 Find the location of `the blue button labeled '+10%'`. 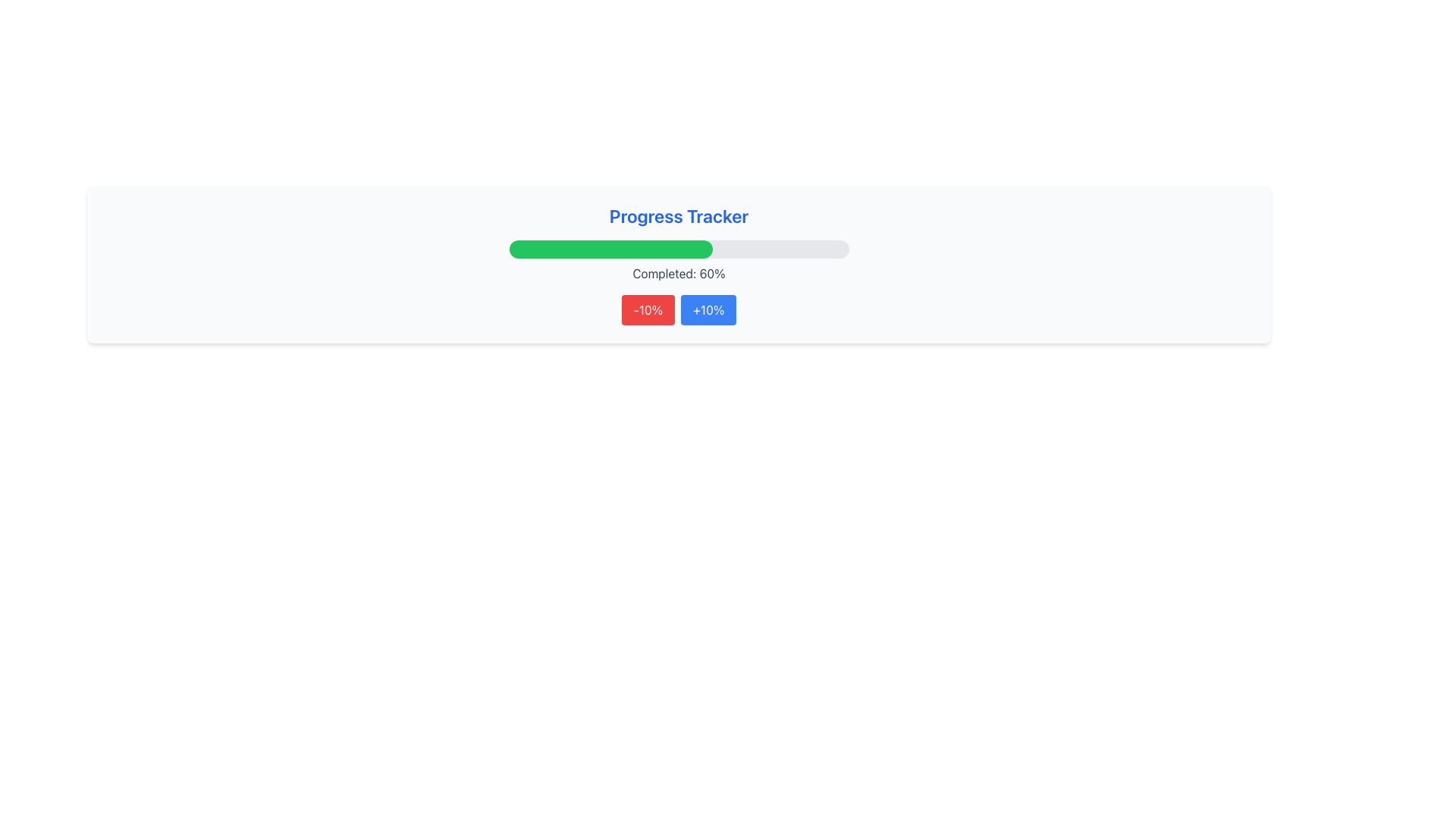

the blue button labeled '+10%' is located at coordinates (708, 309).